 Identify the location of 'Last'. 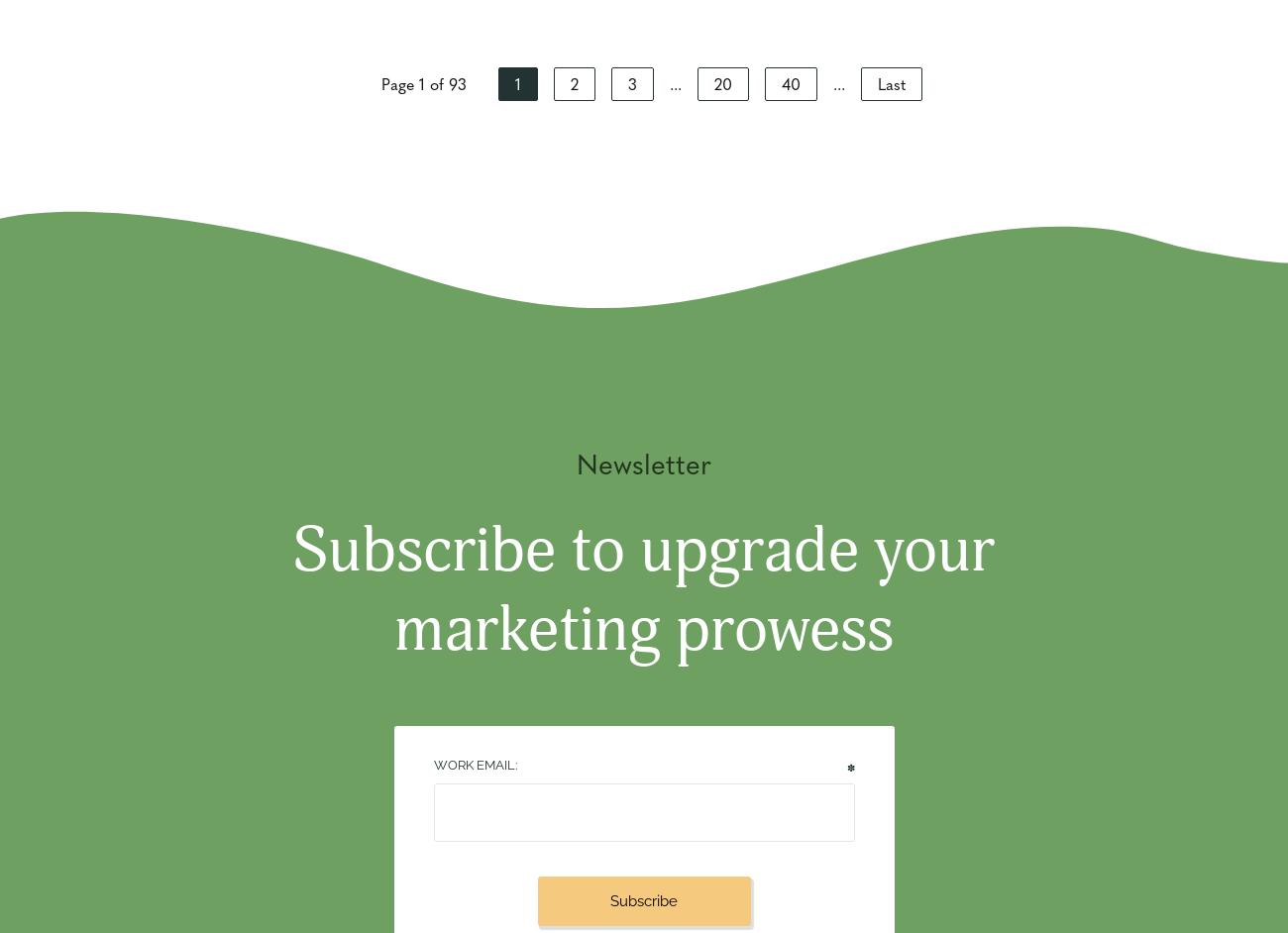
(890, 82).